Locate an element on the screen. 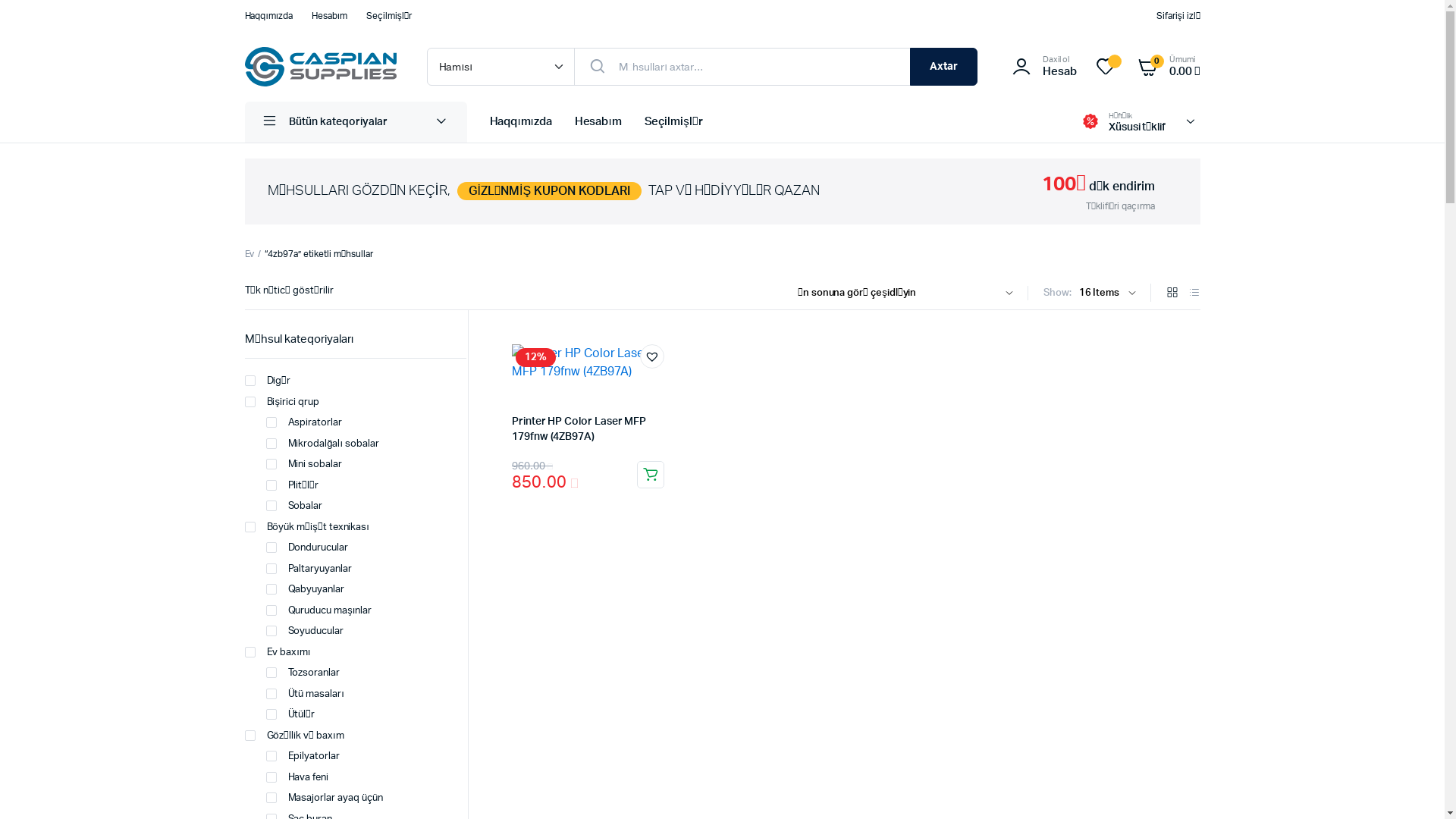  'Caspian Supplies' is located at coordinates (319, 66).